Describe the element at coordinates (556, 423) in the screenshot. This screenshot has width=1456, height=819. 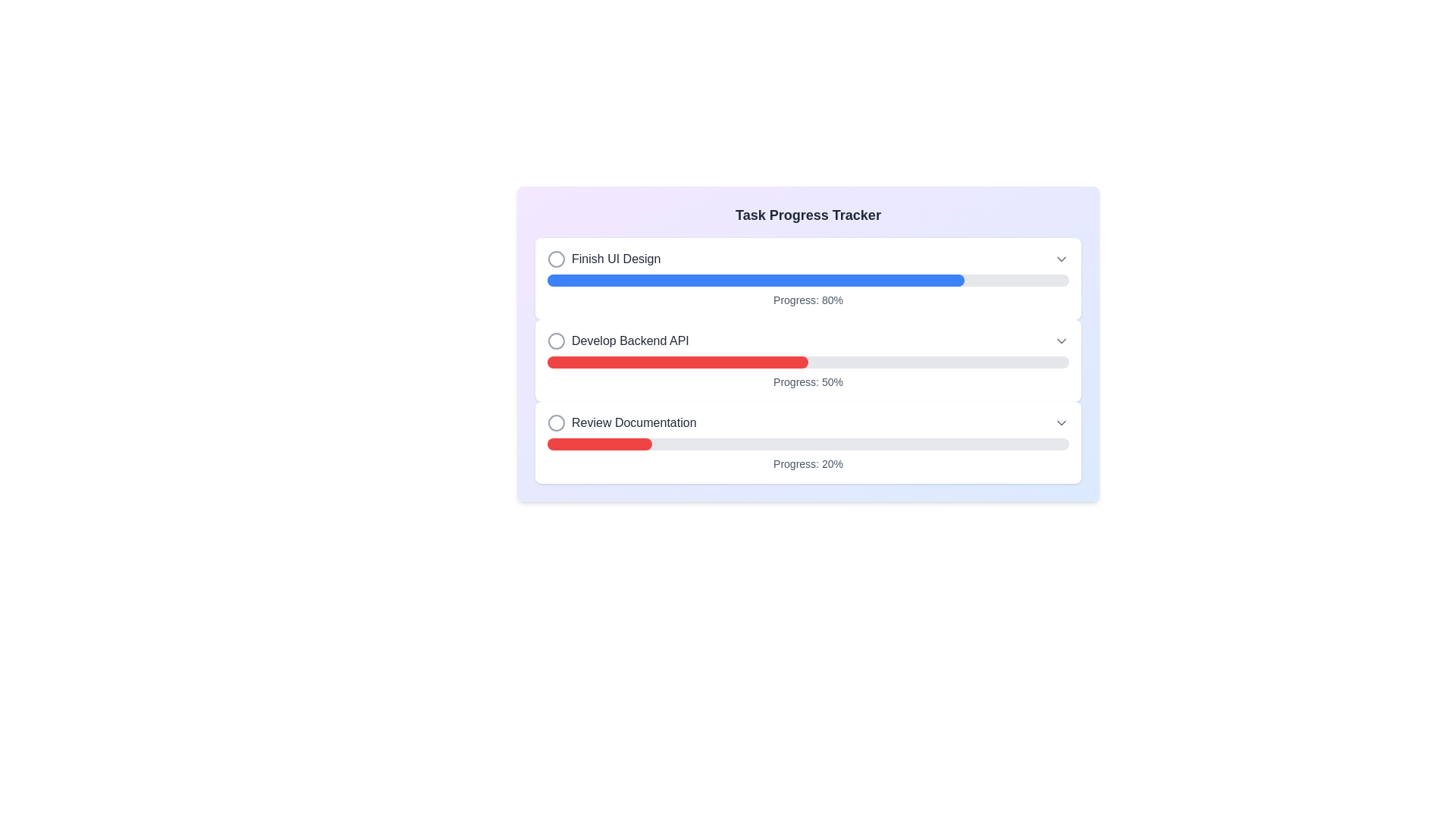
I see `the central Circle SVG element that enhances the circular icon for the 'Review Documentation' task in the task list` at that location.